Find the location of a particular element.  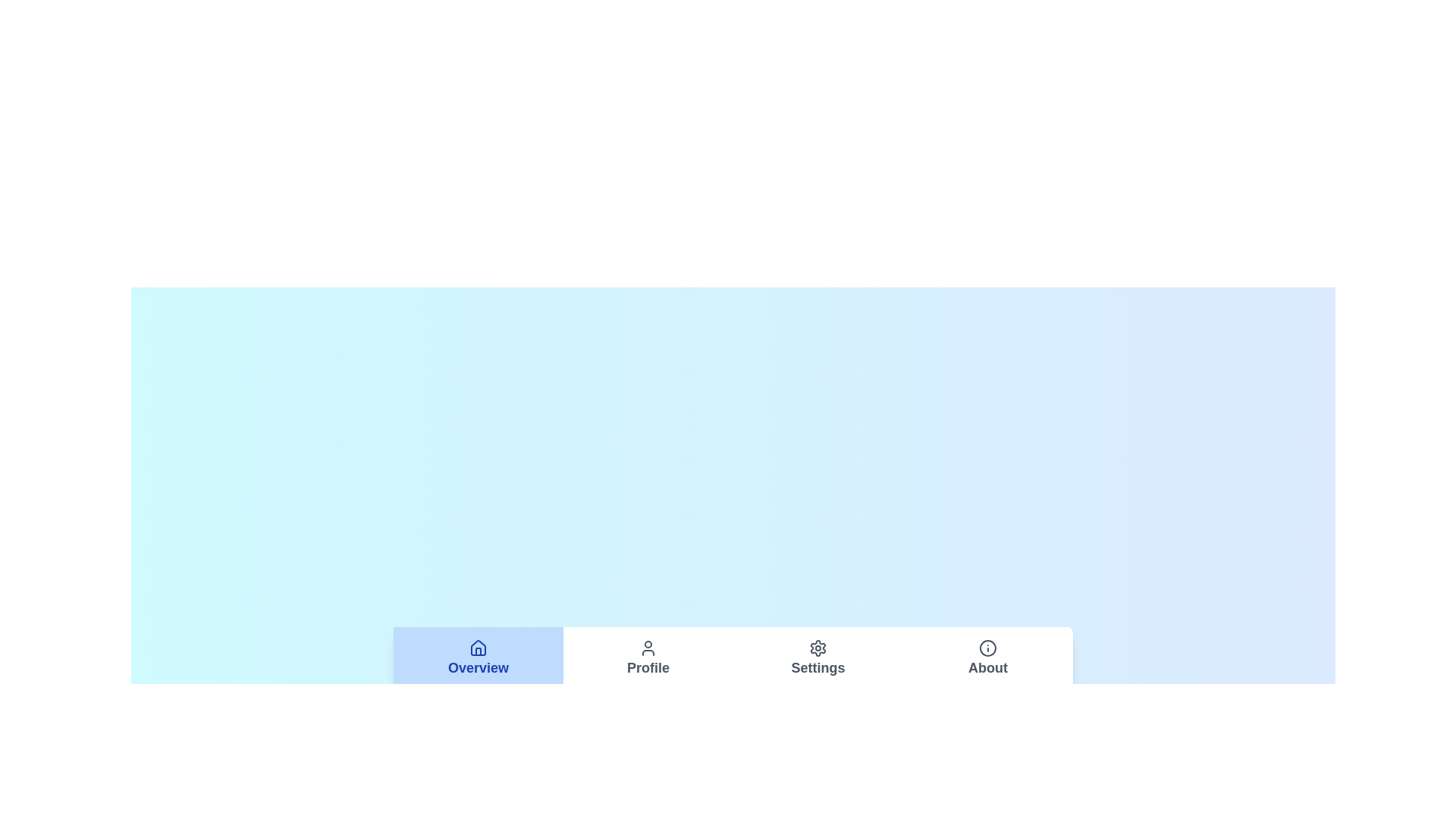

the Overview tab is located at coordinates (477, 657).